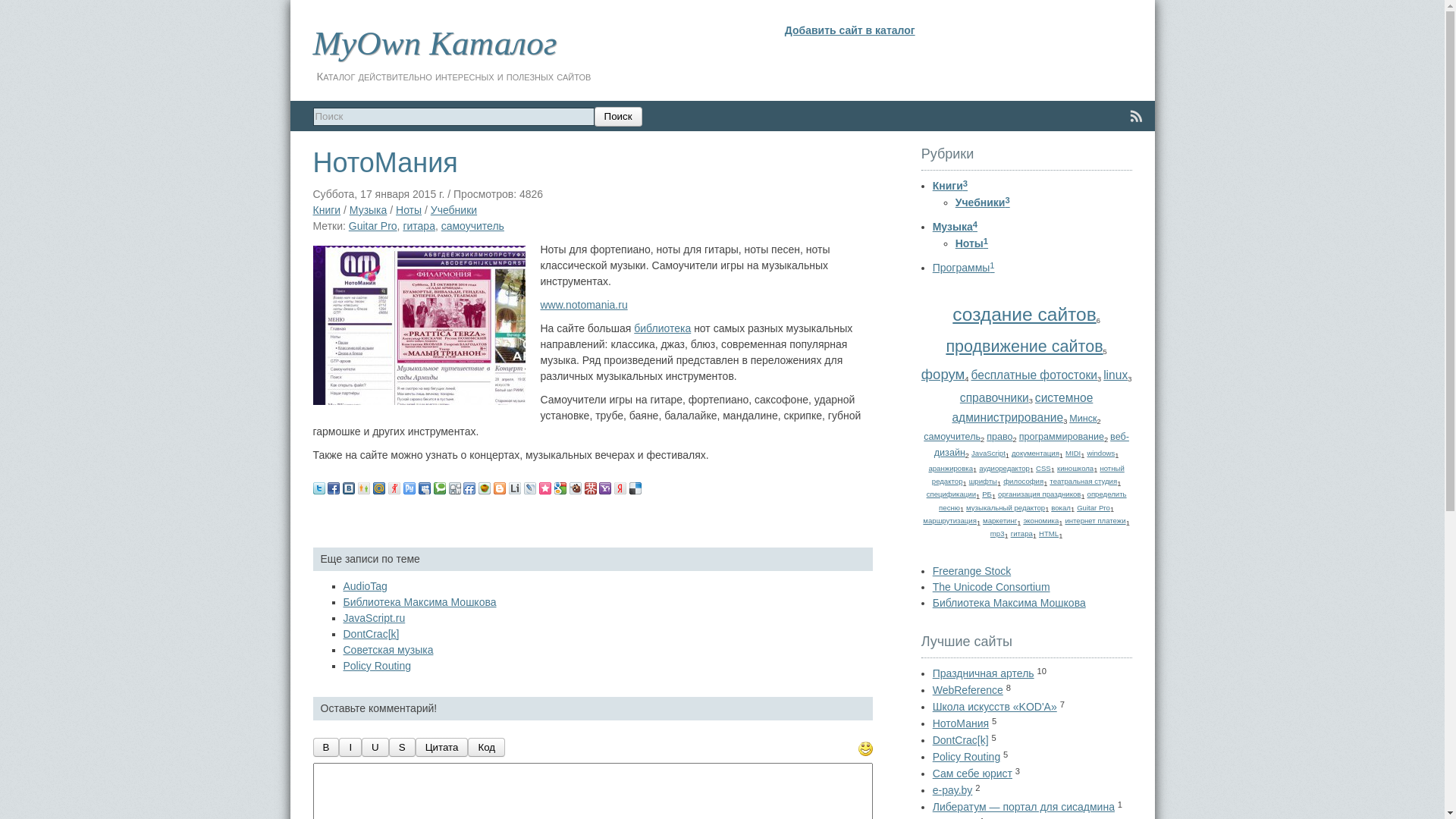 The height and width of the screenshot is (819, 1456). What do you see at coordinates (337, 746) in the screenshot?
I see `'I'` at bounding box center [337, 746].